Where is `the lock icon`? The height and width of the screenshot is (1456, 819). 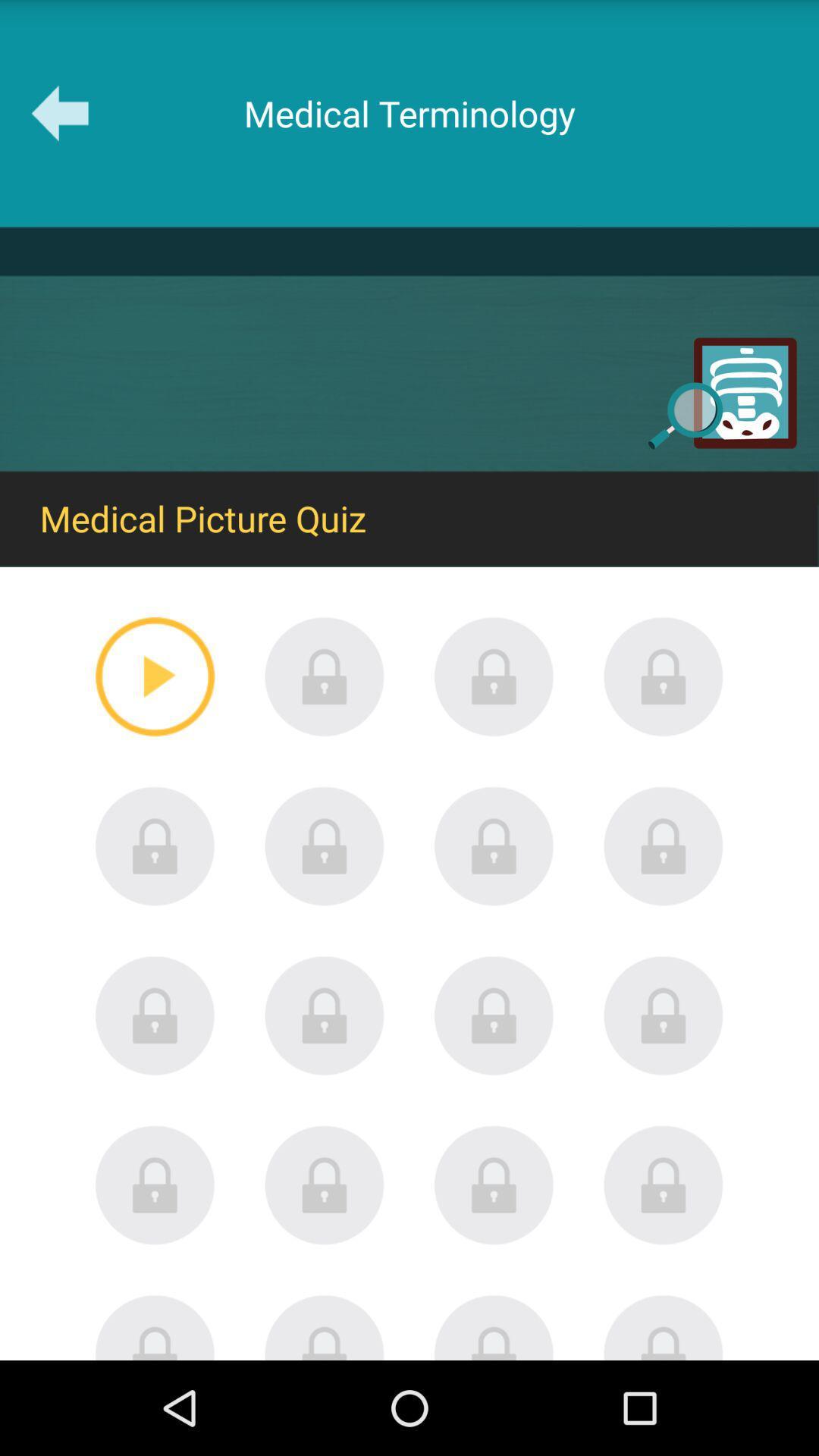
the lock icon is located at coordinates (155, 1268).